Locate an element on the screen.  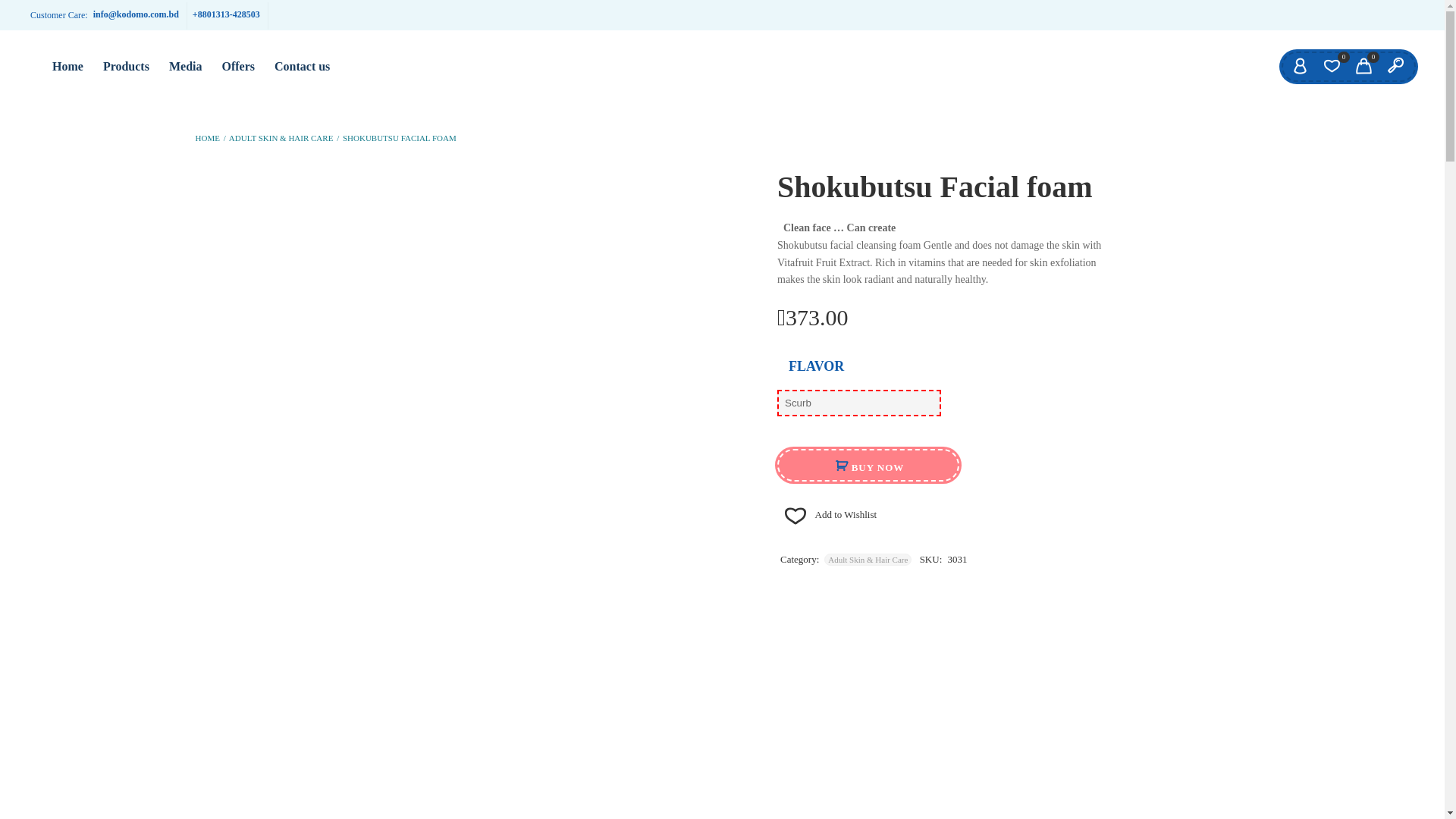
'Register' is located at coordinates (621, 429).